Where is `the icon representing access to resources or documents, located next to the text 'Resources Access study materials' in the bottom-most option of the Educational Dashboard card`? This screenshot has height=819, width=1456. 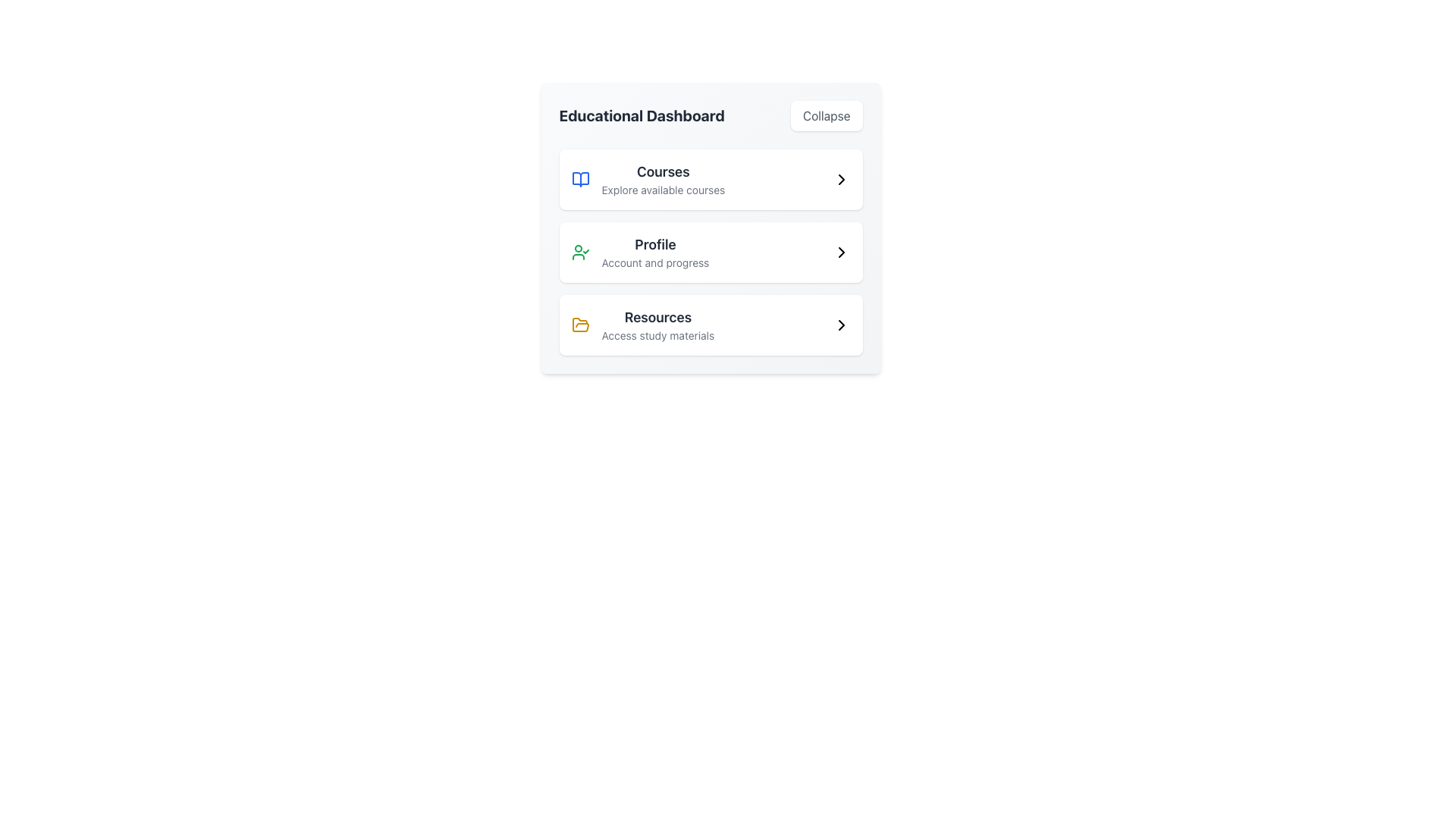
the icon representing access to resources or documents, located next to the text 'Resources Access study materials' in the bottom-most option of the Educational Dashboard card is located at coordinates (579, 324).